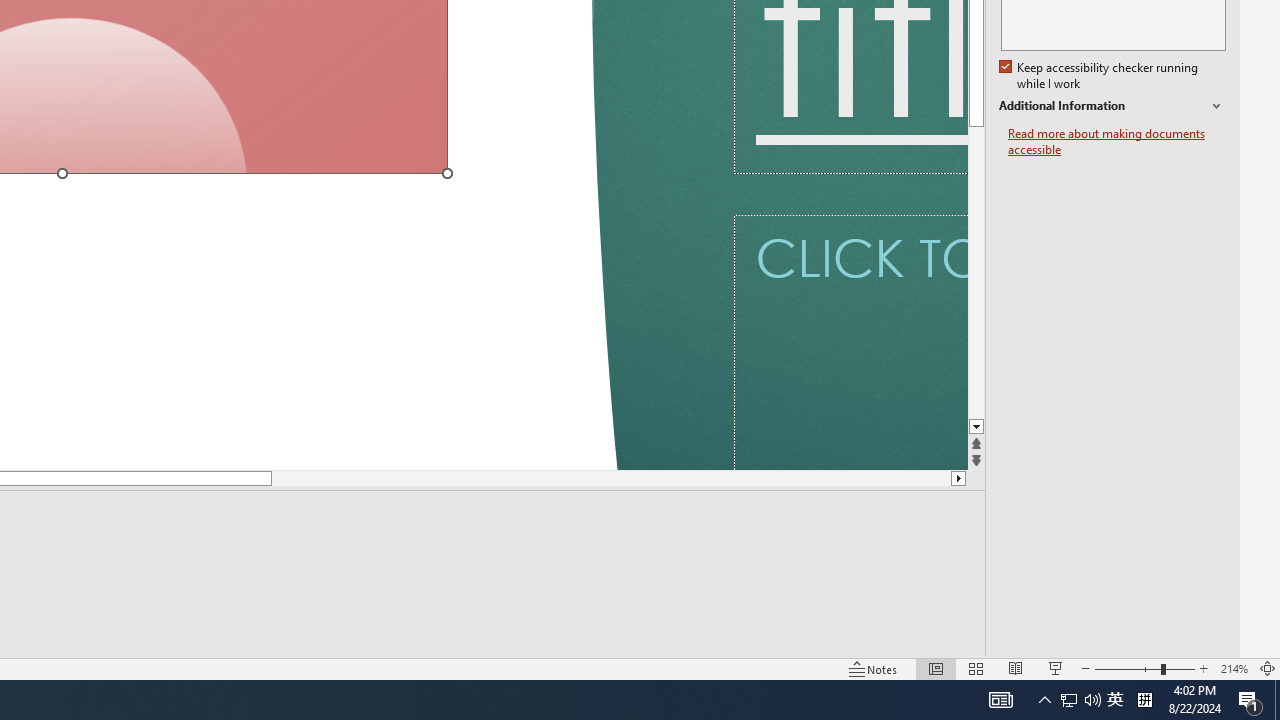  Describe the element at coordinates (1266, 669) in the screenshot. I see `'Zoom to Fit '` at that location.